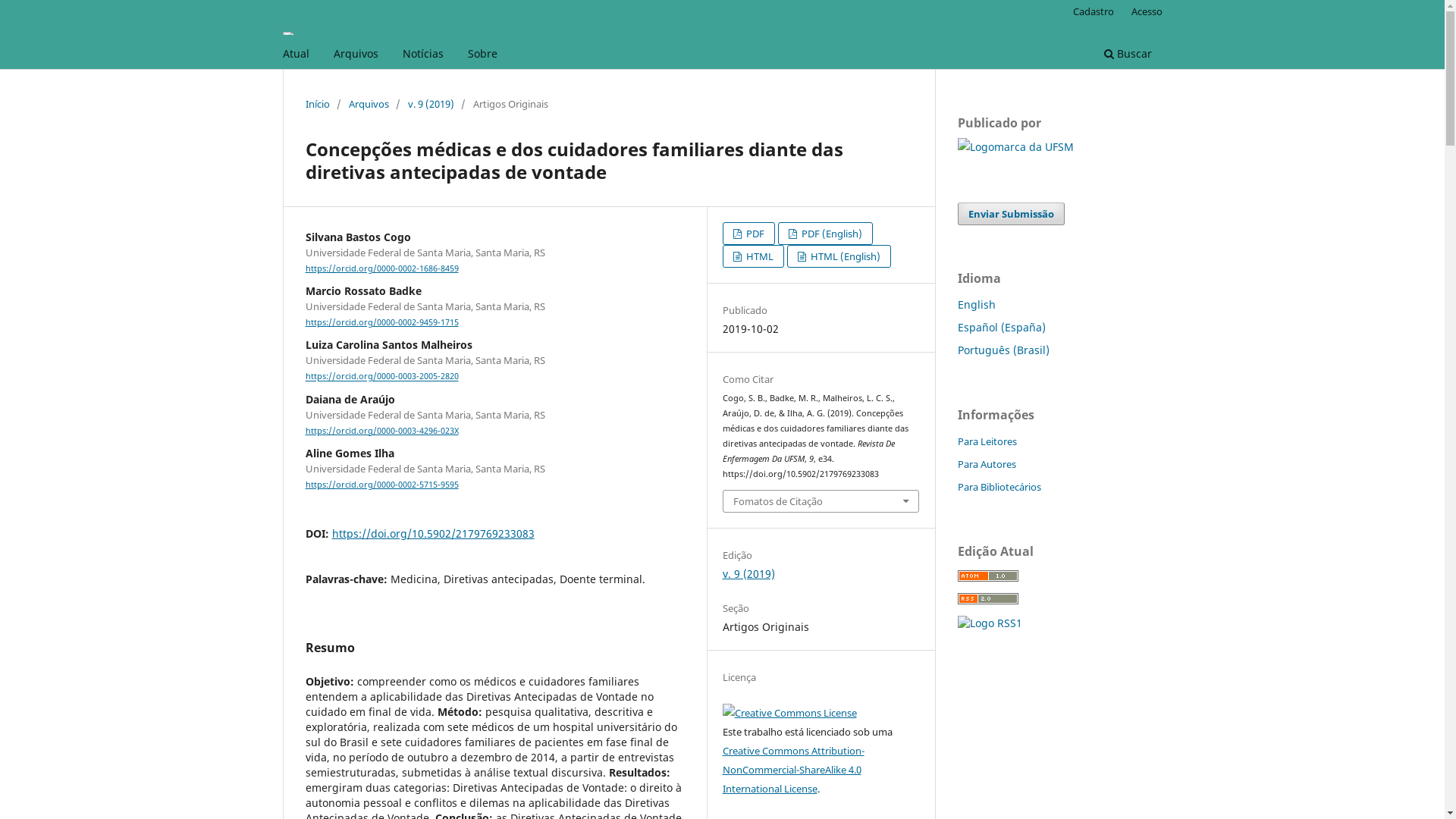  What do you see at coordinates (1147, 11) in the screenshot?
I see `'Acesso'` at bounding box center [1147, 11].